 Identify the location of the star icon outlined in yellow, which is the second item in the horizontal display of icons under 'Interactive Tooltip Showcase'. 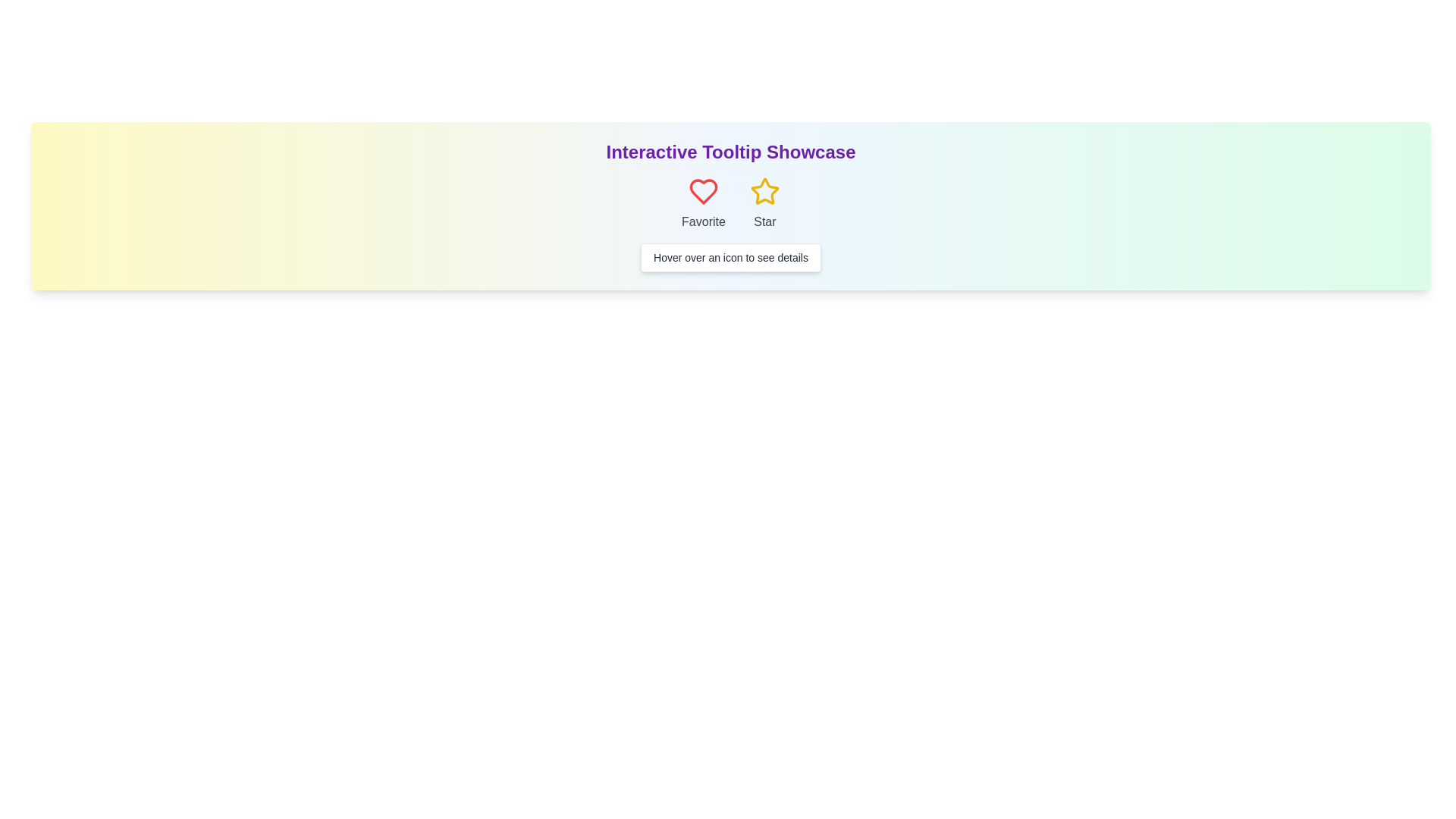
(764, 191).